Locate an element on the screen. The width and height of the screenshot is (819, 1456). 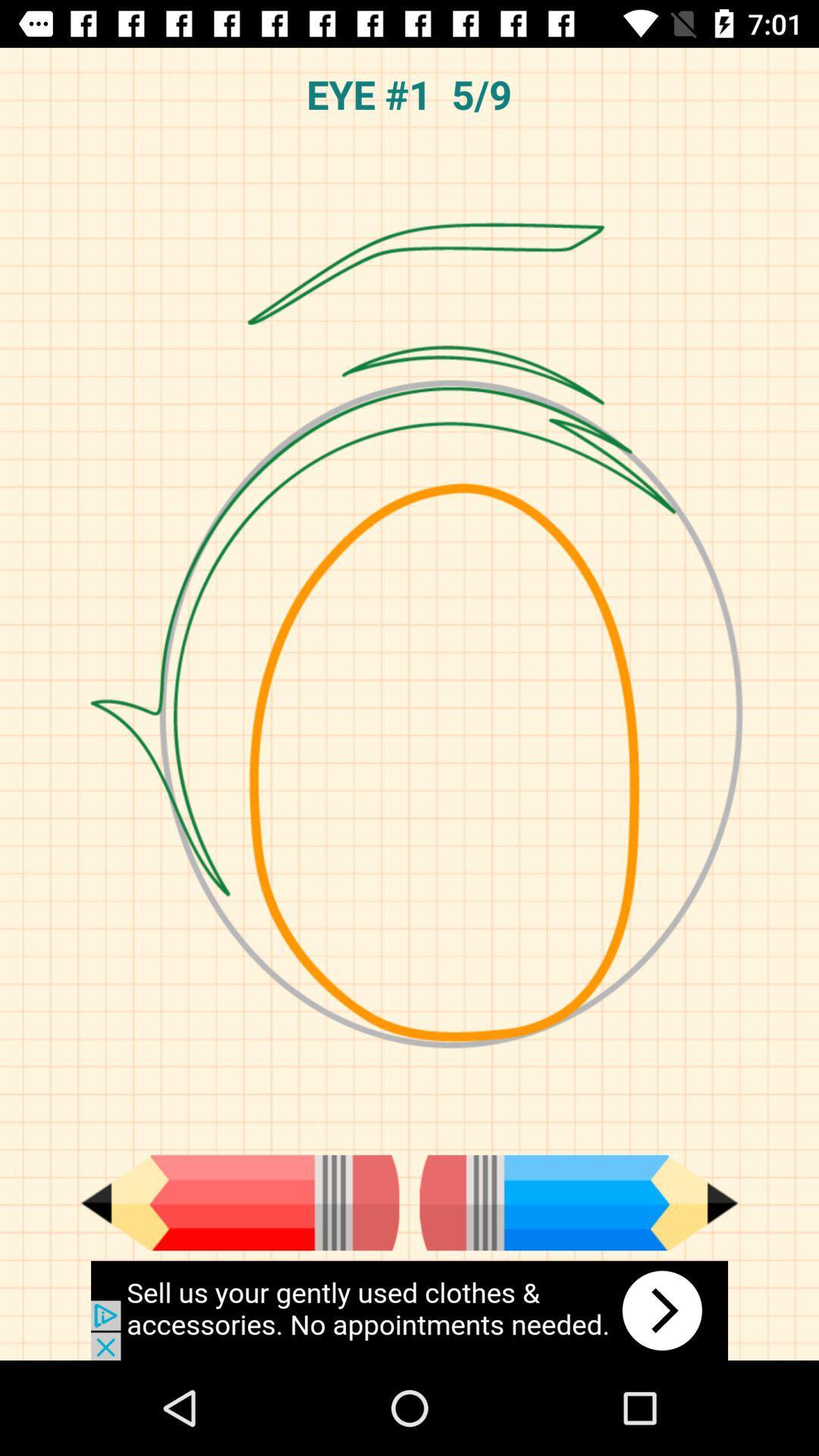
next is located at coordinates (579, 1202).